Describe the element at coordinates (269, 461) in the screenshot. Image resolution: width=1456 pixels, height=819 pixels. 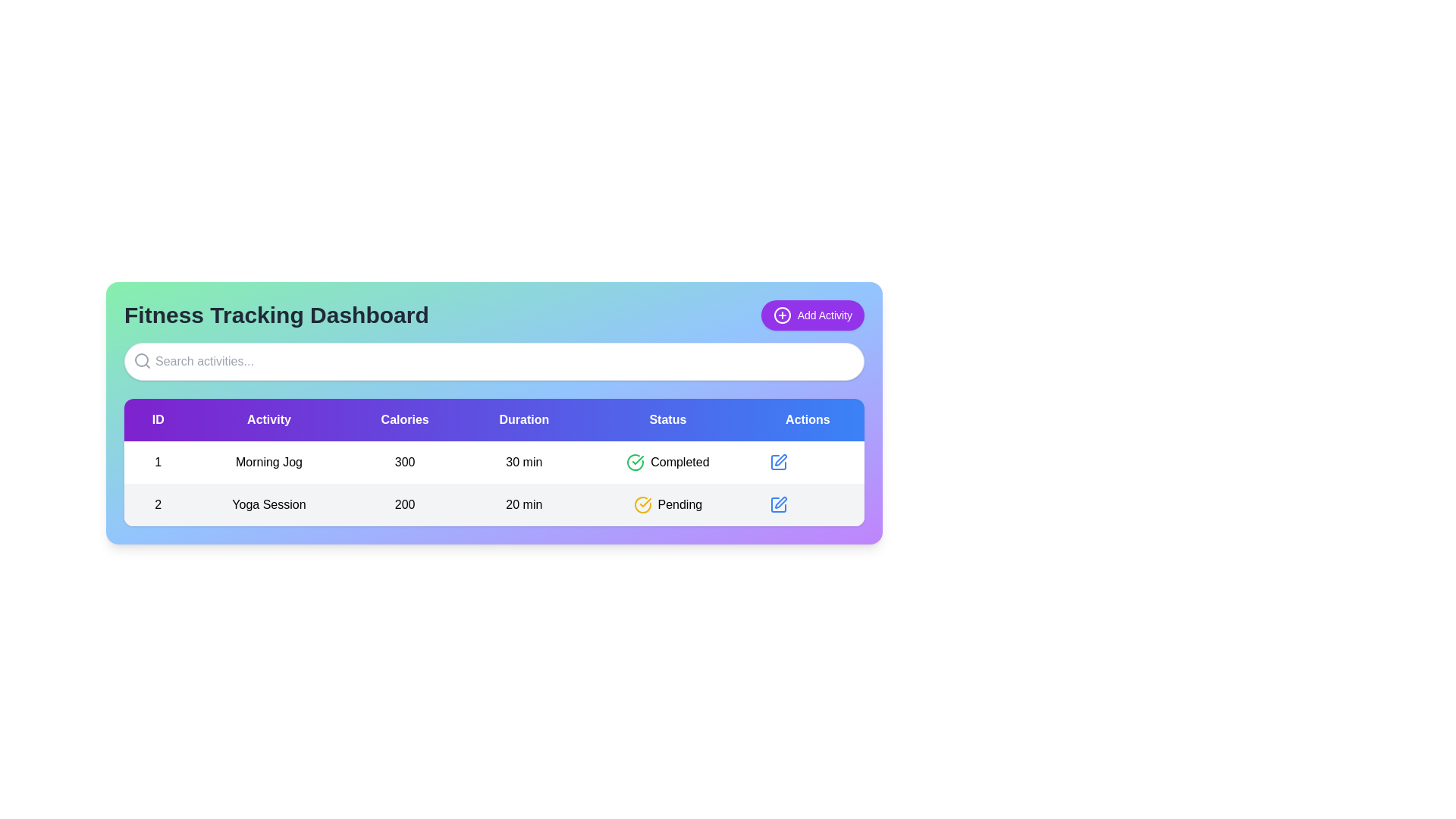
I see `the text label displaying 'Morning Jog' in the 'Activity' column of the first row in the table on the Fitness Tracking Dashboard` at that location.